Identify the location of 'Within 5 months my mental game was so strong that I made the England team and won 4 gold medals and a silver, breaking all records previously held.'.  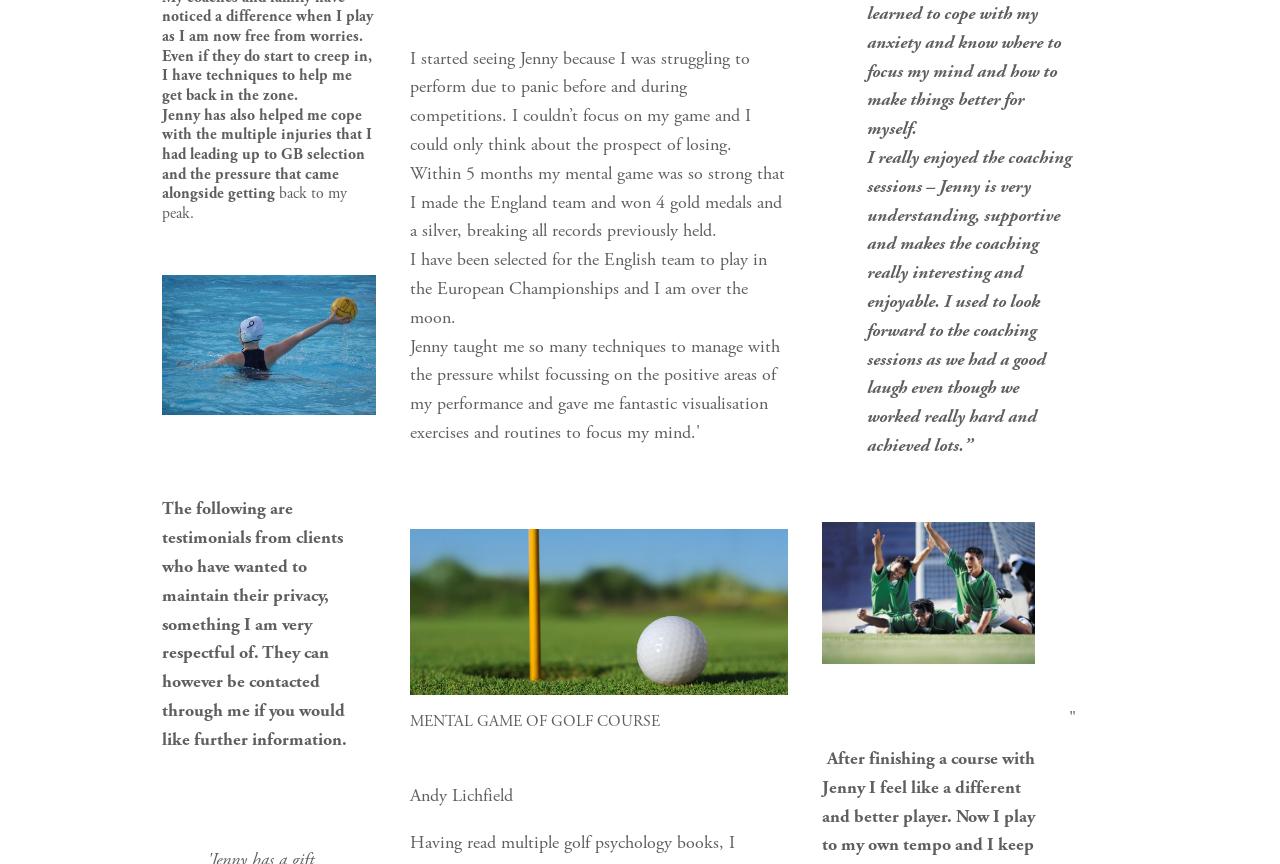
(598, 200).